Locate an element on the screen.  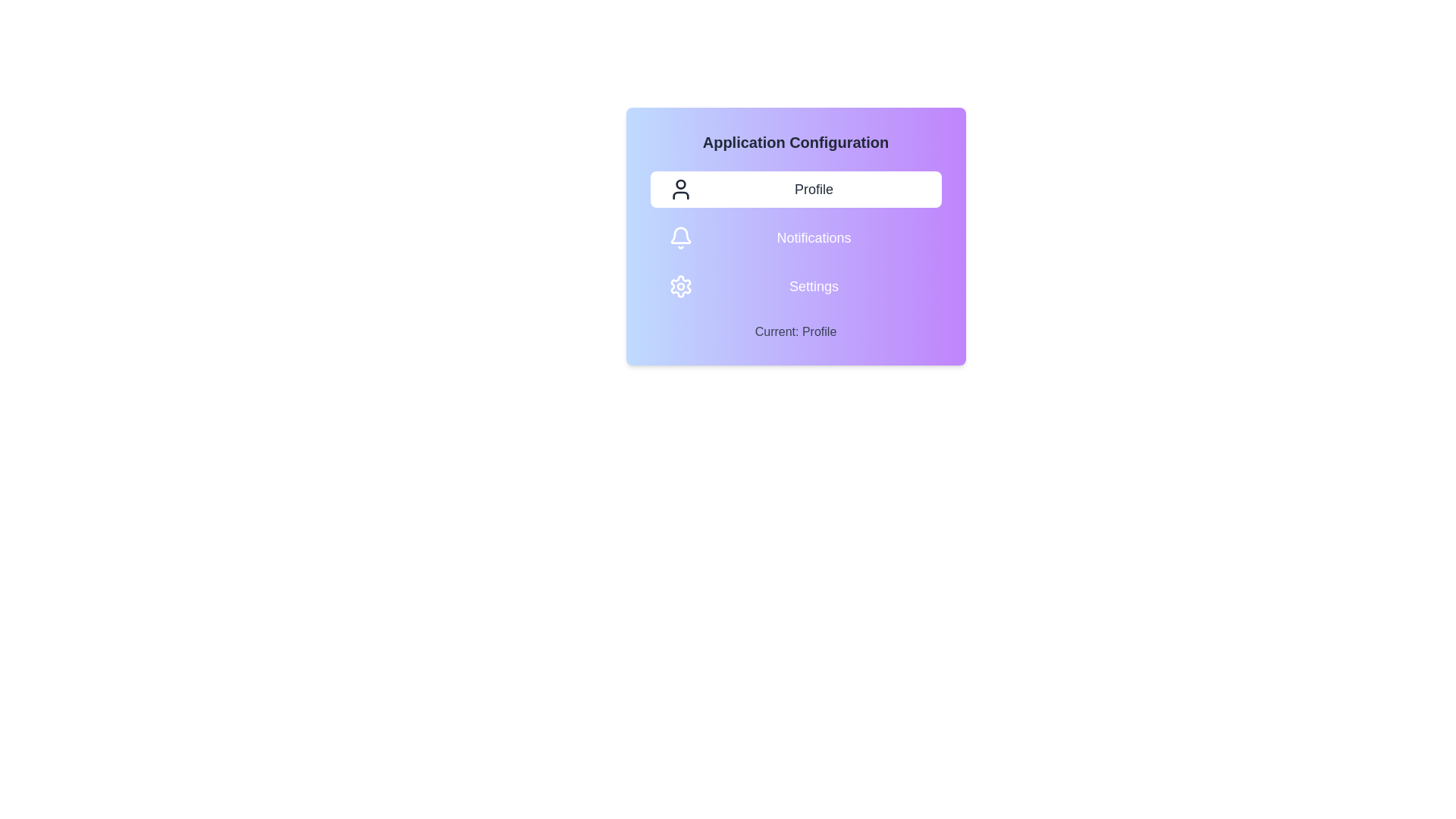
the toggle option Profile is located at coordinates (795, 189).